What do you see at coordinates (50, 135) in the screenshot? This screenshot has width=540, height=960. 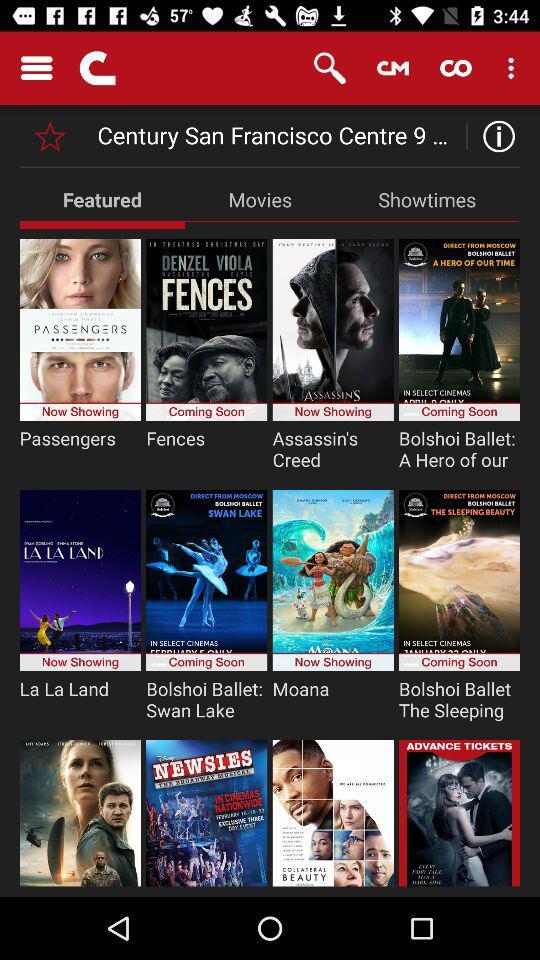 I see `favorite` at bounding box center [50, 135].